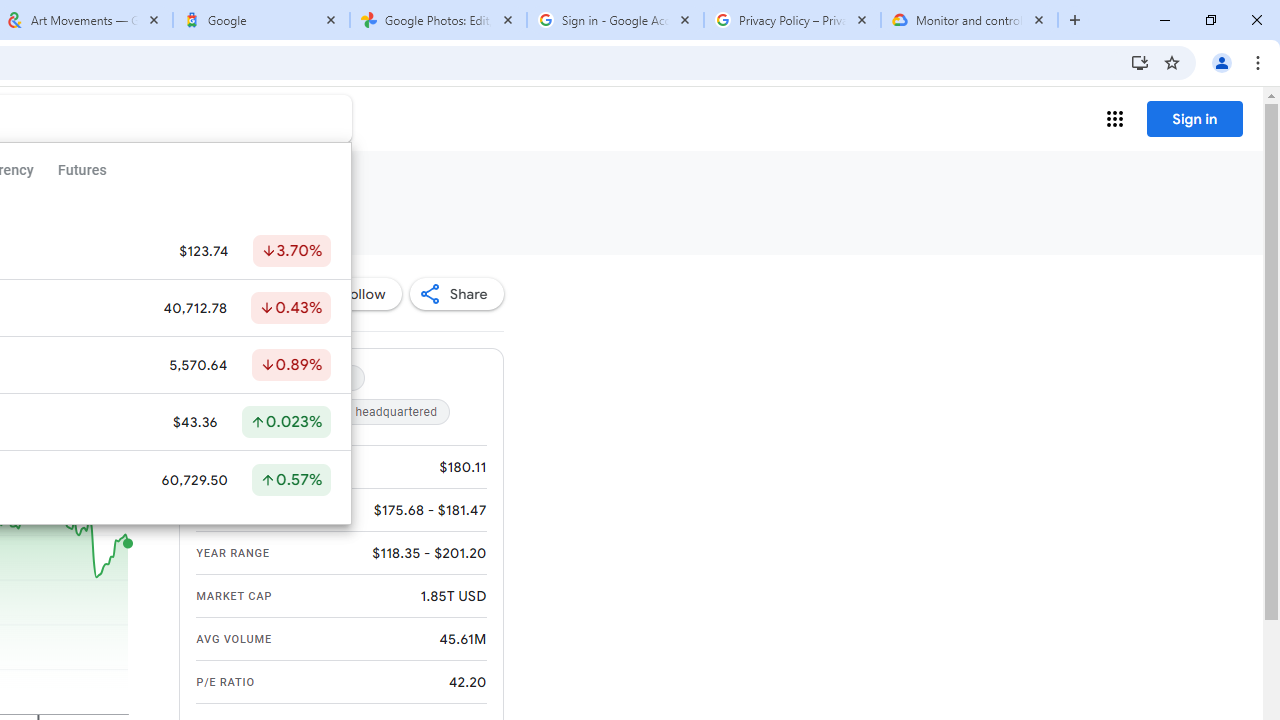 This screenshot has height=720, width=1280. What do you see at coordinates (614, 20) in the screenshot?
I see `'Sign in - Google Accounts'` at bounding box center [614, 20].